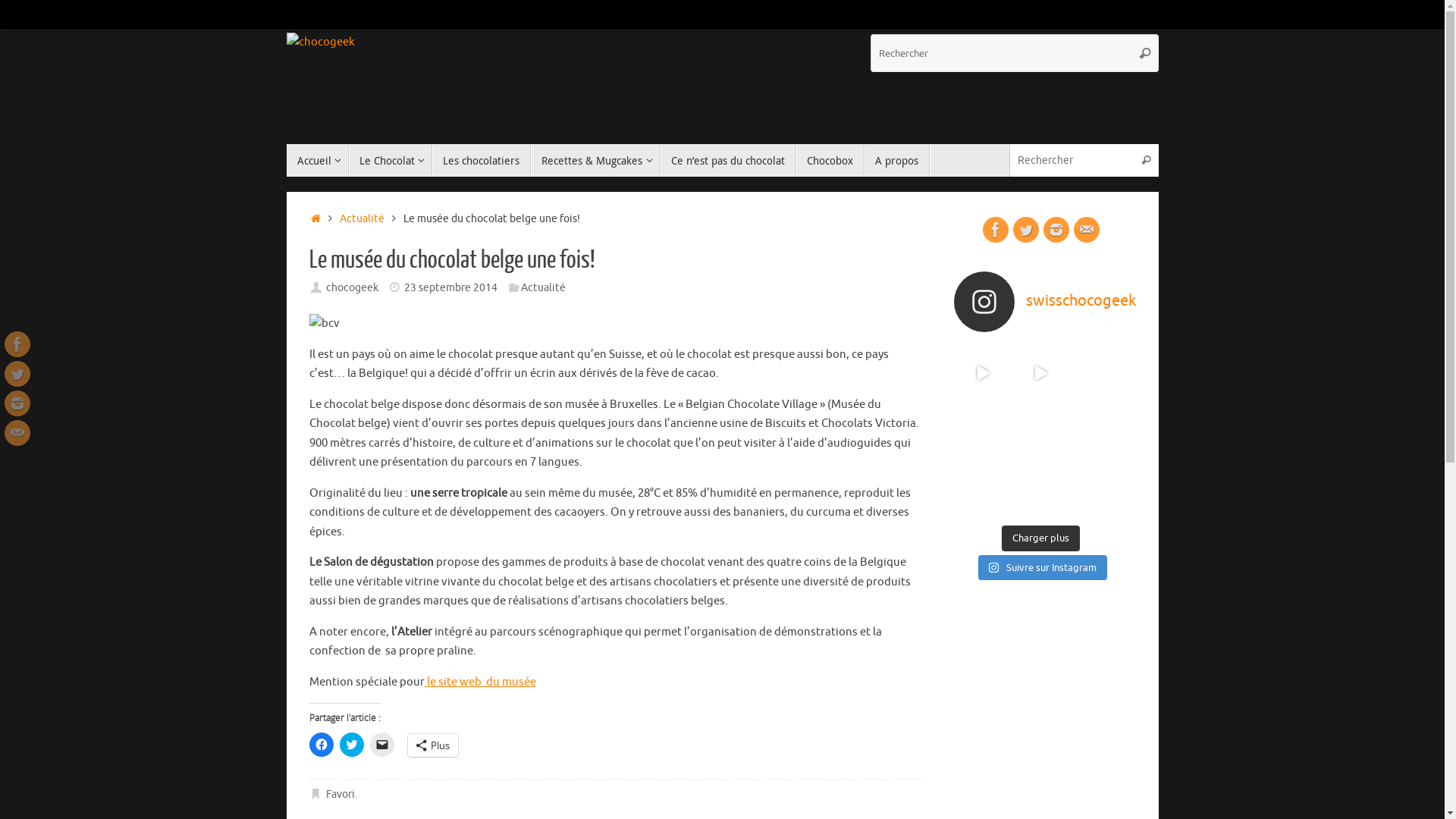 The width and height of the screenshot is (1456, 819). Describe the element at coordinates (1041, 567) in the screenshot. I see `'Suivre sur Instagram'` at that location.